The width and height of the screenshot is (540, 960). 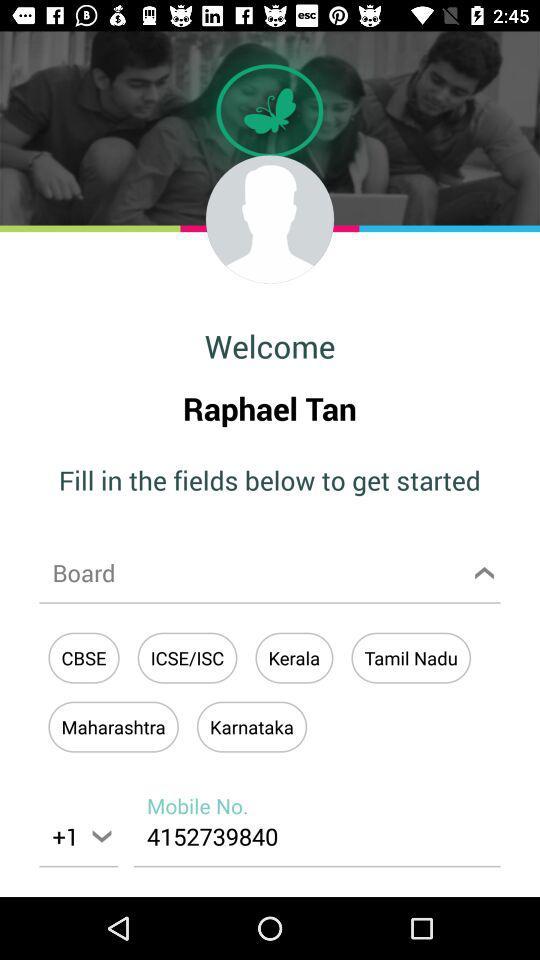 I want to click on profile picture, so click(x=270, y=219).